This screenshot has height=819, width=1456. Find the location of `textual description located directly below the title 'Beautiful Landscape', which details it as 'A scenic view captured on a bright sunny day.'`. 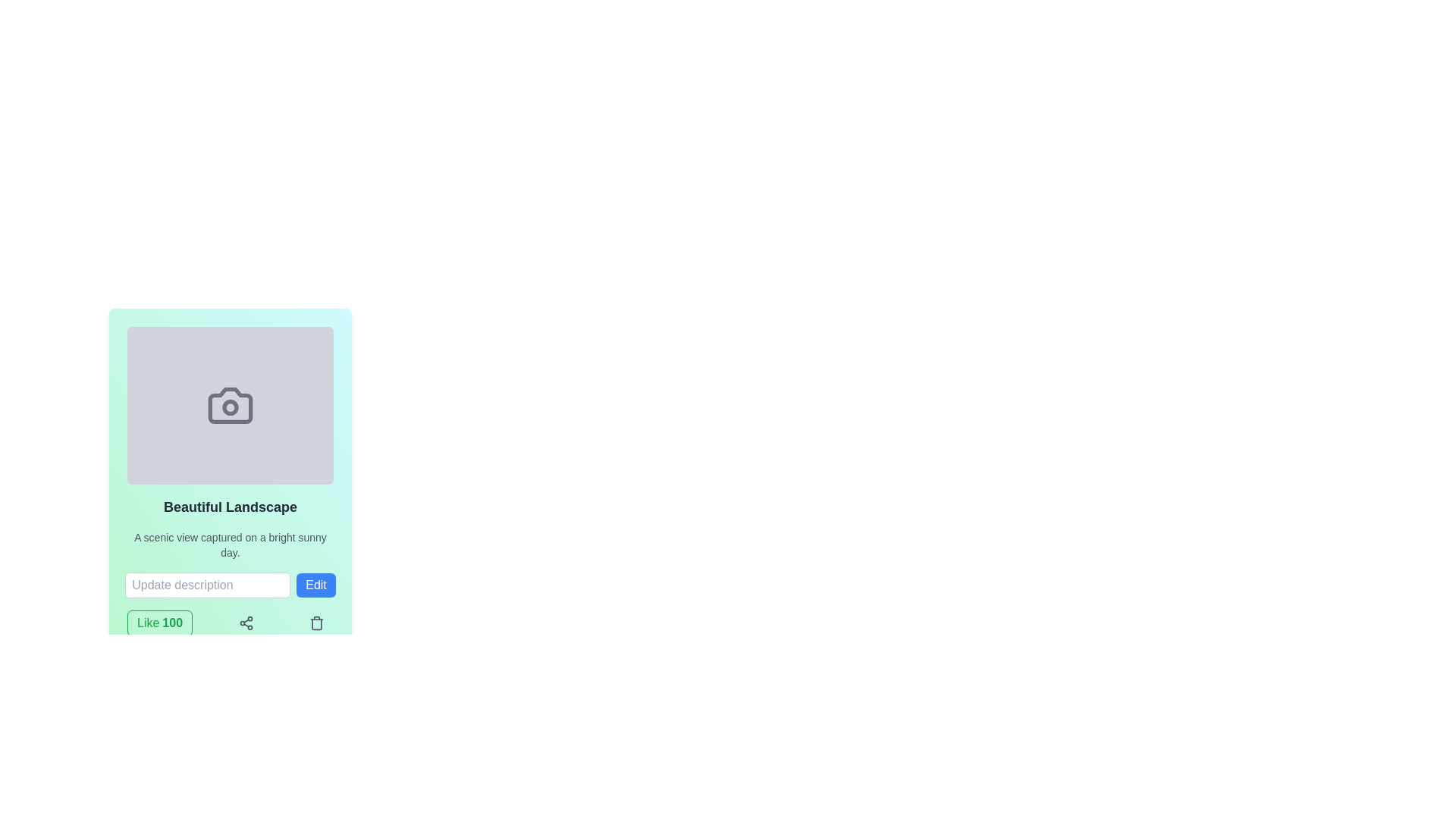

textual description located directly below the title 'Beautiful Landscape', which details it as 'A scenic view captured on a bright sunny day.' is located at coordinates (229, 544).